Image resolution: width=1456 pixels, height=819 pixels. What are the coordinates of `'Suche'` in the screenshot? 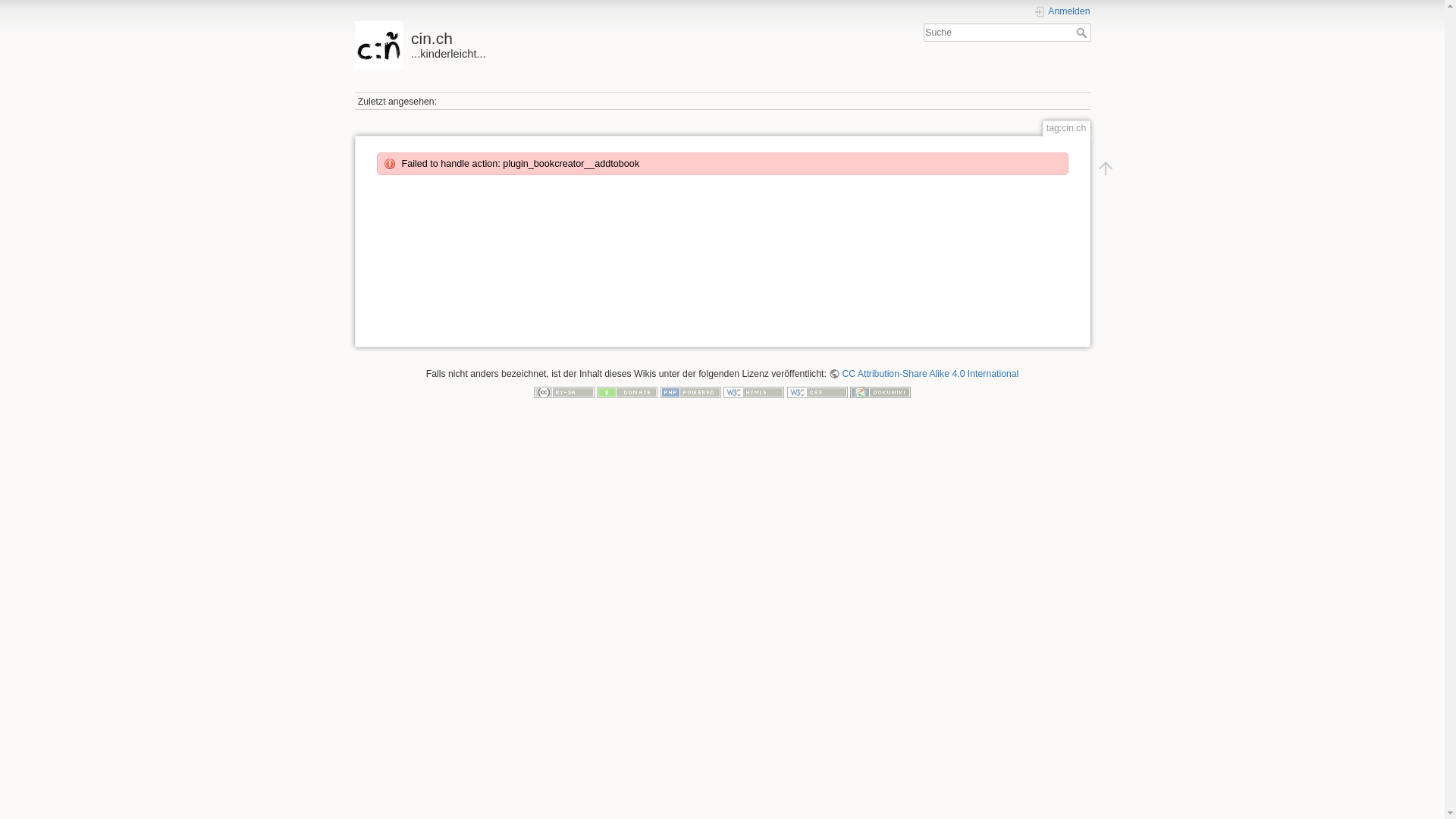 It's located at (1081, 32).